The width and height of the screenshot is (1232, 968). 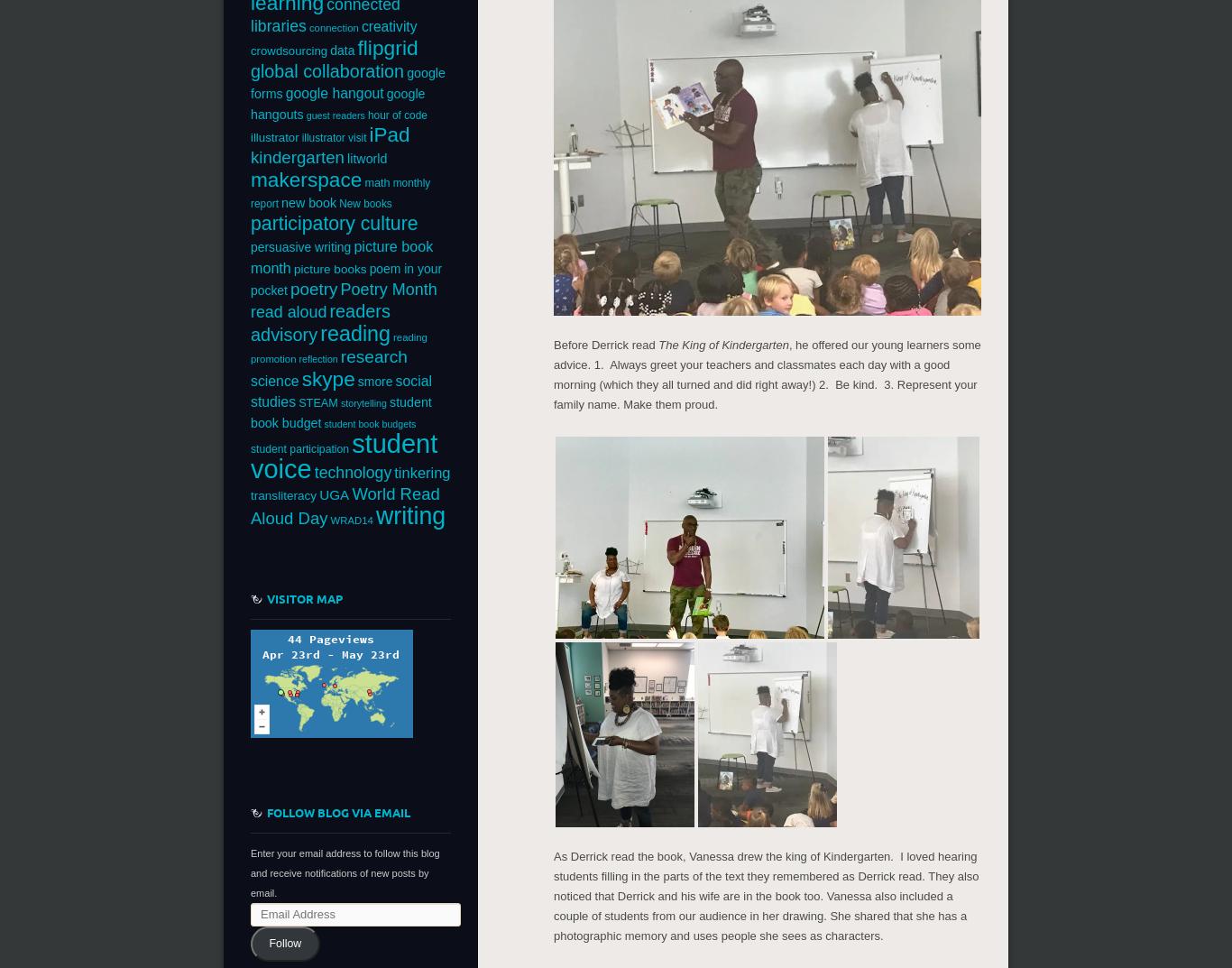 I want to click on 'reading promotion', so click(x=250, y=346).